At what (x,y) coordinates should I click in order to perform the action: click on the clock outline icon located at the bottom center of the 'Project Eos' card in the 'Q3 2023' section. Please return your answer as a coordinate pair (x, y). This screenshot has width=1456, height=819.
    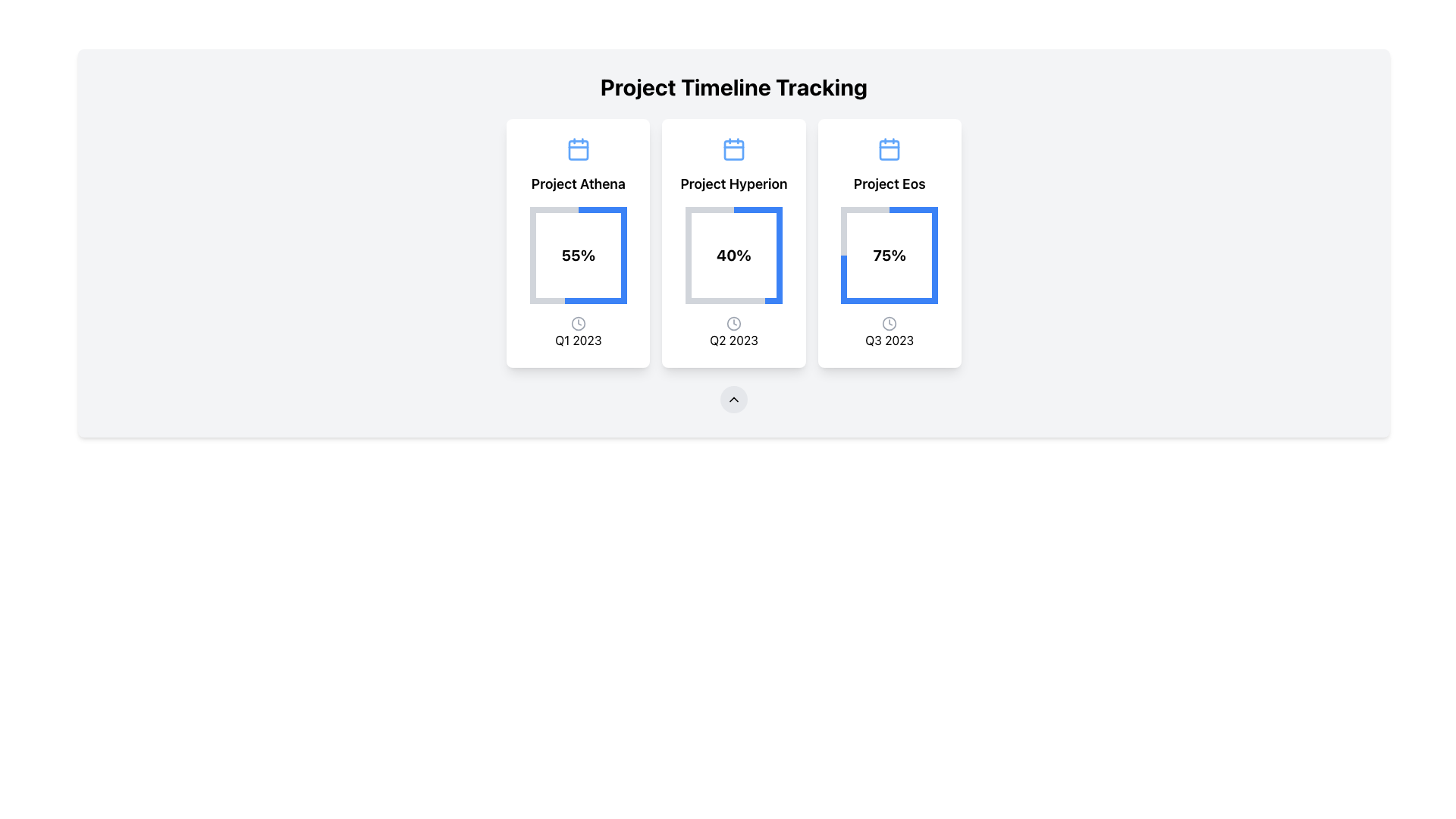
    Looking at the image, I should click on (890, 323).